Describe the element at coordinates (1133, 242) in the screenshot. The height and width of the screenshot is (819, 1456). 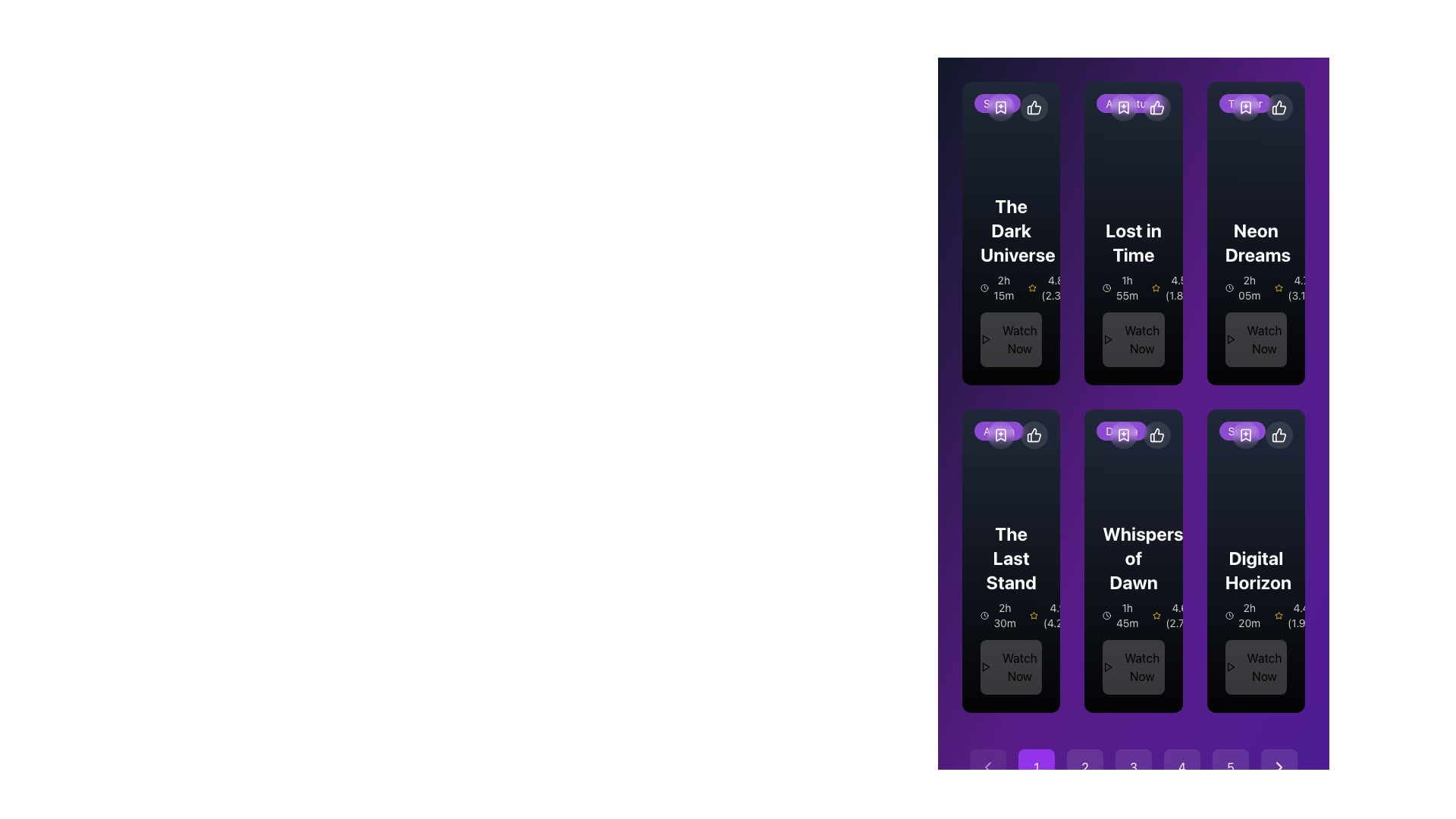
I see `the bold white text label reading 'Lost in Time' located in the first row and second column of the grid layout, positioned above additional information within its content card` at that location.